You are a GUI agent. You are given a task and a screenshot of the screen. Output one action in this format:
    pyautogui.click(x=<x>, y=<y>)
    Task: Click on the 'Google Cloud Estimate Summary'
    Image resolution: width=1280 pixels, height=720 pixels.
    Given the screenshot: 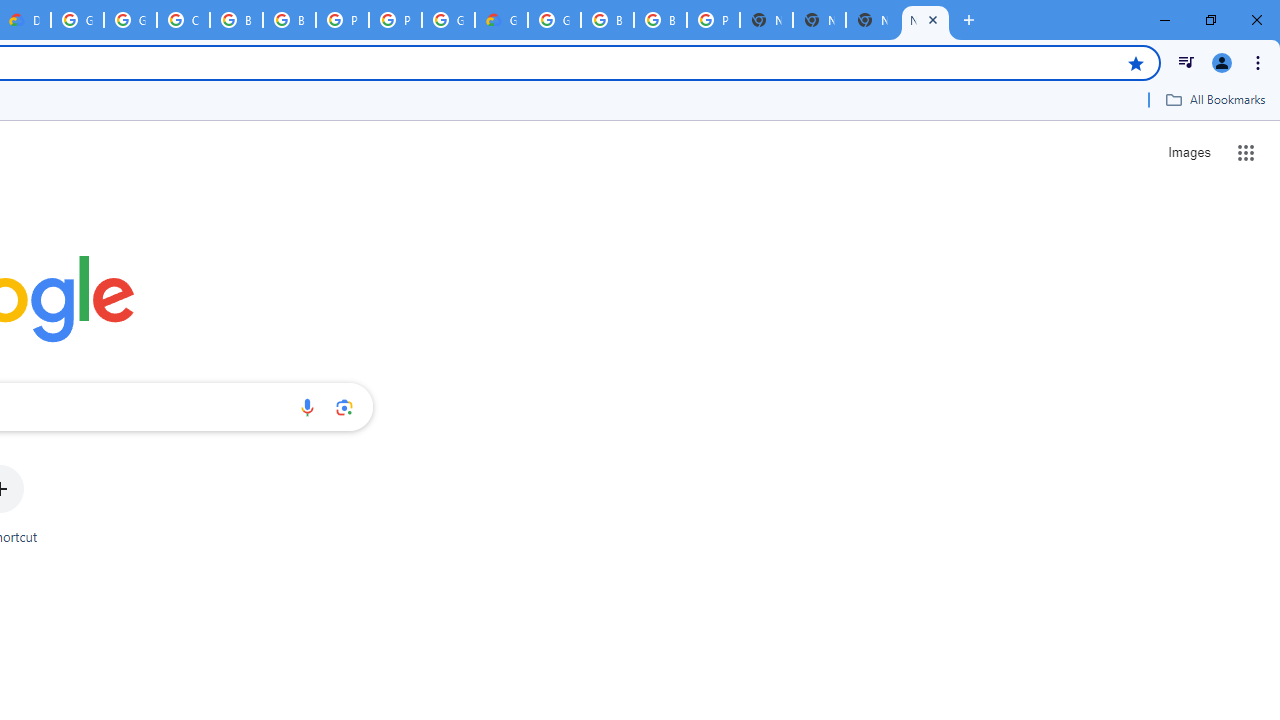 What is the action you would take?
    pyautogui.click(x=501, y=20)
    